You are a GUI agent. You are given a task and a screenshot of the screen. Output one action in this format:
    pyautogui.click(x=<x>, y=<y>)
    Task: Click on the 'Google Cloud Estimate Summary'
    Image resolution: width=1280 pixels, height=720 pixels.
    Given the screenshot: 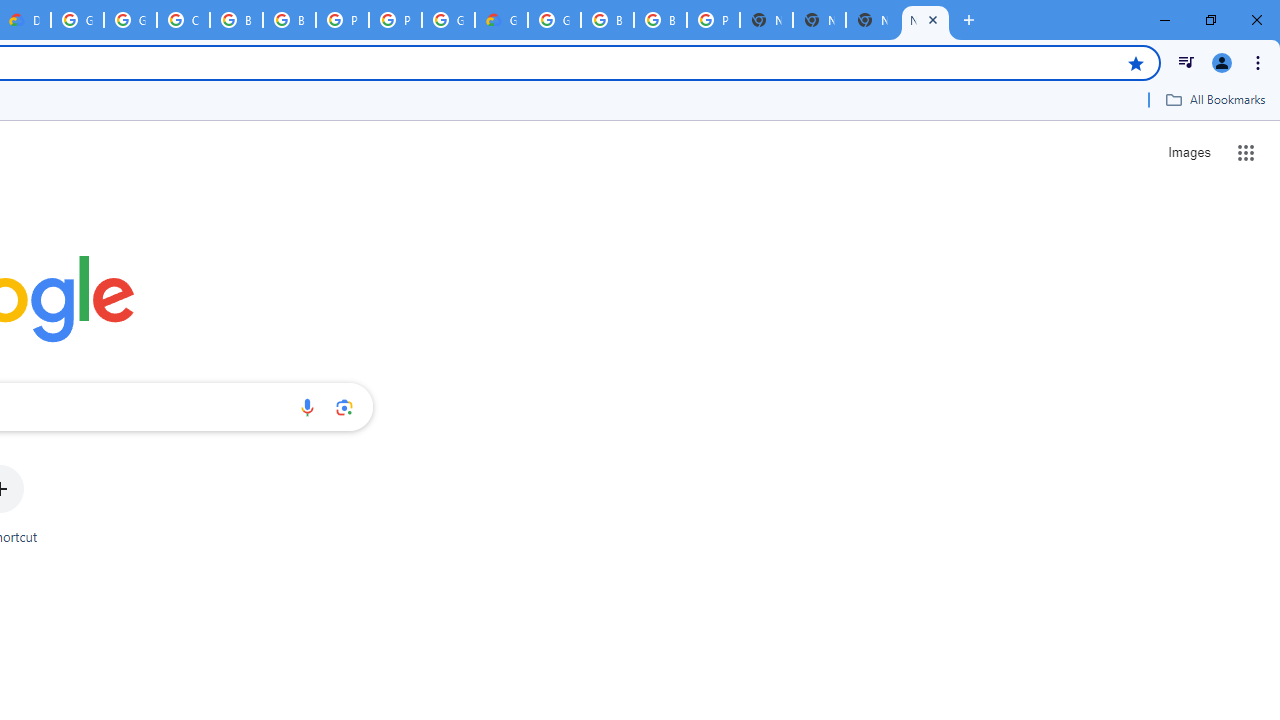 What is the action you would take?
    pyautogui.click(x=501, y=20)
    